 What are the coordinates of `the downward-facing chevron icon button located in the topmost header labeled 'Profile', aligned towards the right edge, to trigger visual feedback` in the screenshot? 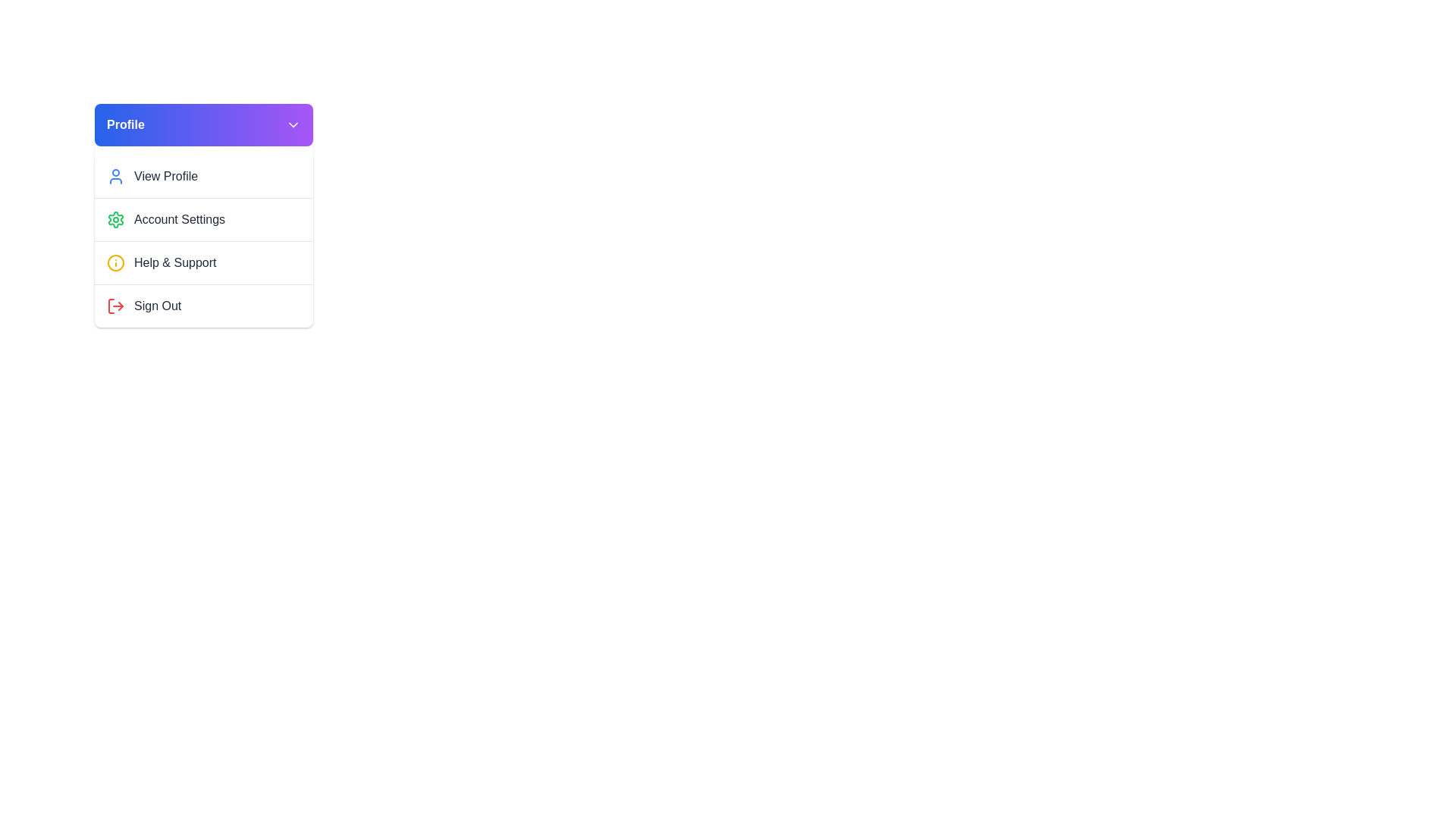 It's located at (293, 124).